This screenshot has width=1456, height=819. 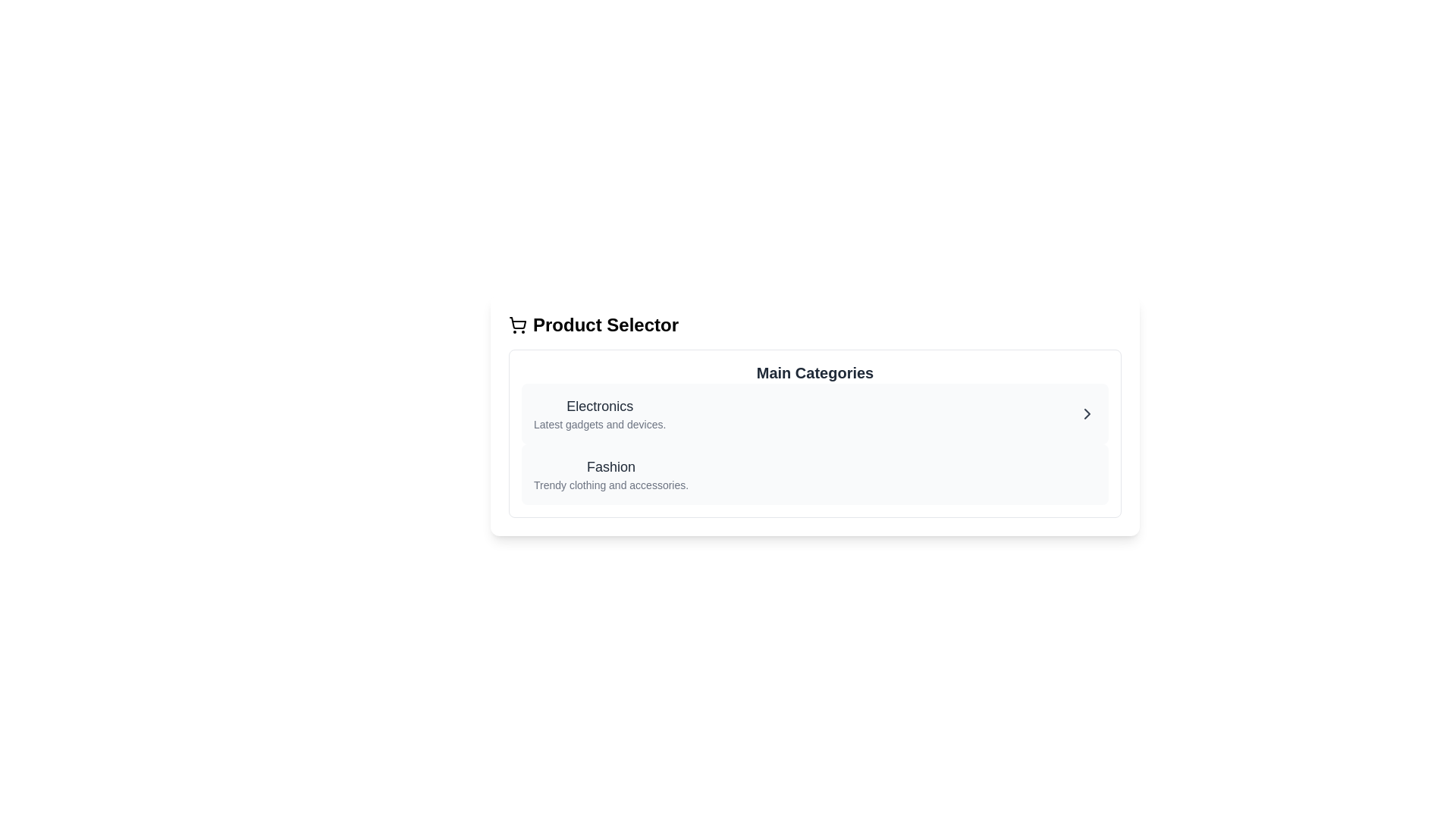 What do you see at coordinates (814, 473) in the screenshot?
I see `the 'Fashion' category selector button, which is the second item in the 'Main Categories' section` at bounding box center [814, 473].